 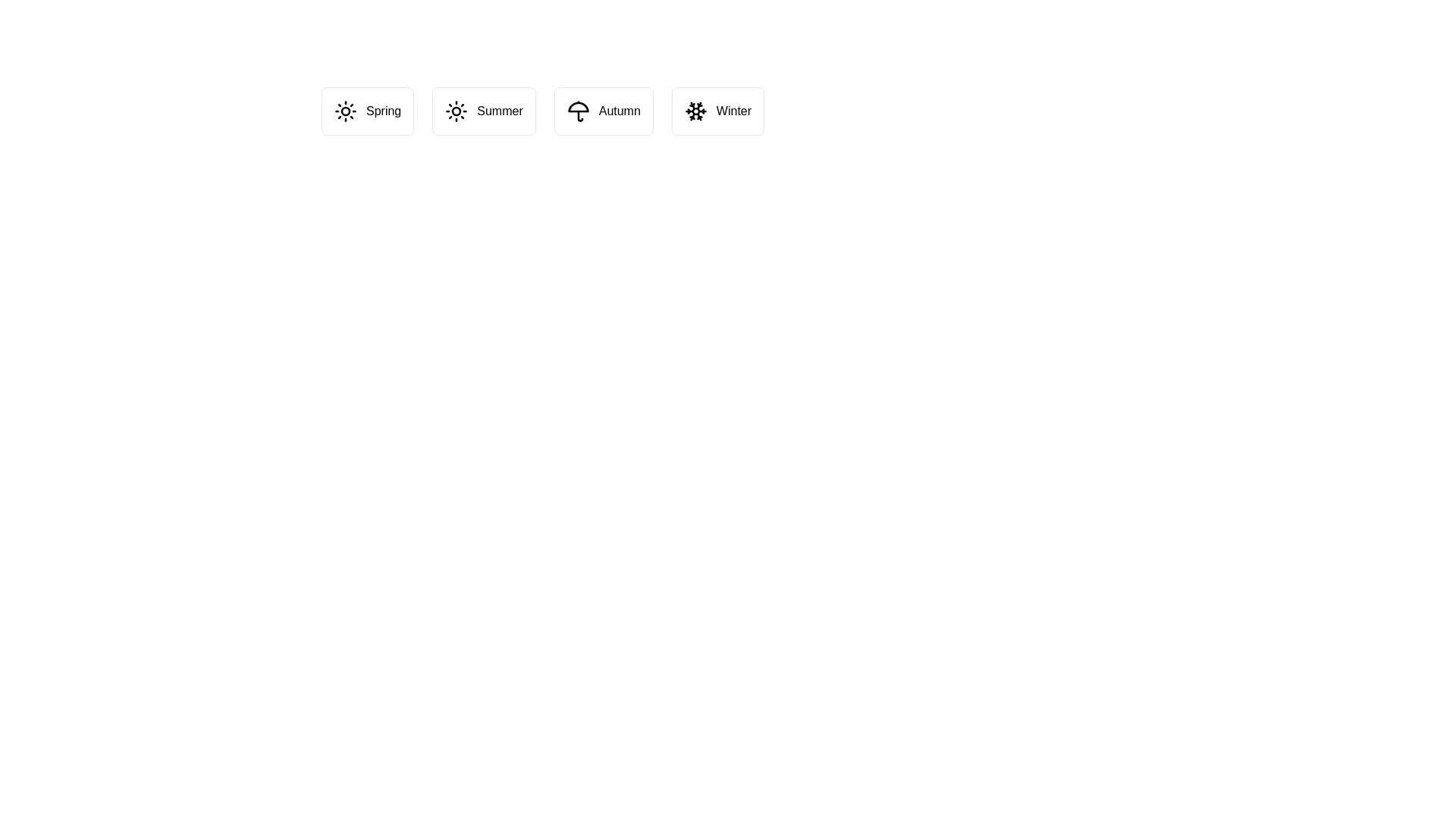 I want to click on the snowflake icon located in the center of the fourth 'Winter' card, which is styled with a black stroke and white space inside, so click(x=695, y=110).